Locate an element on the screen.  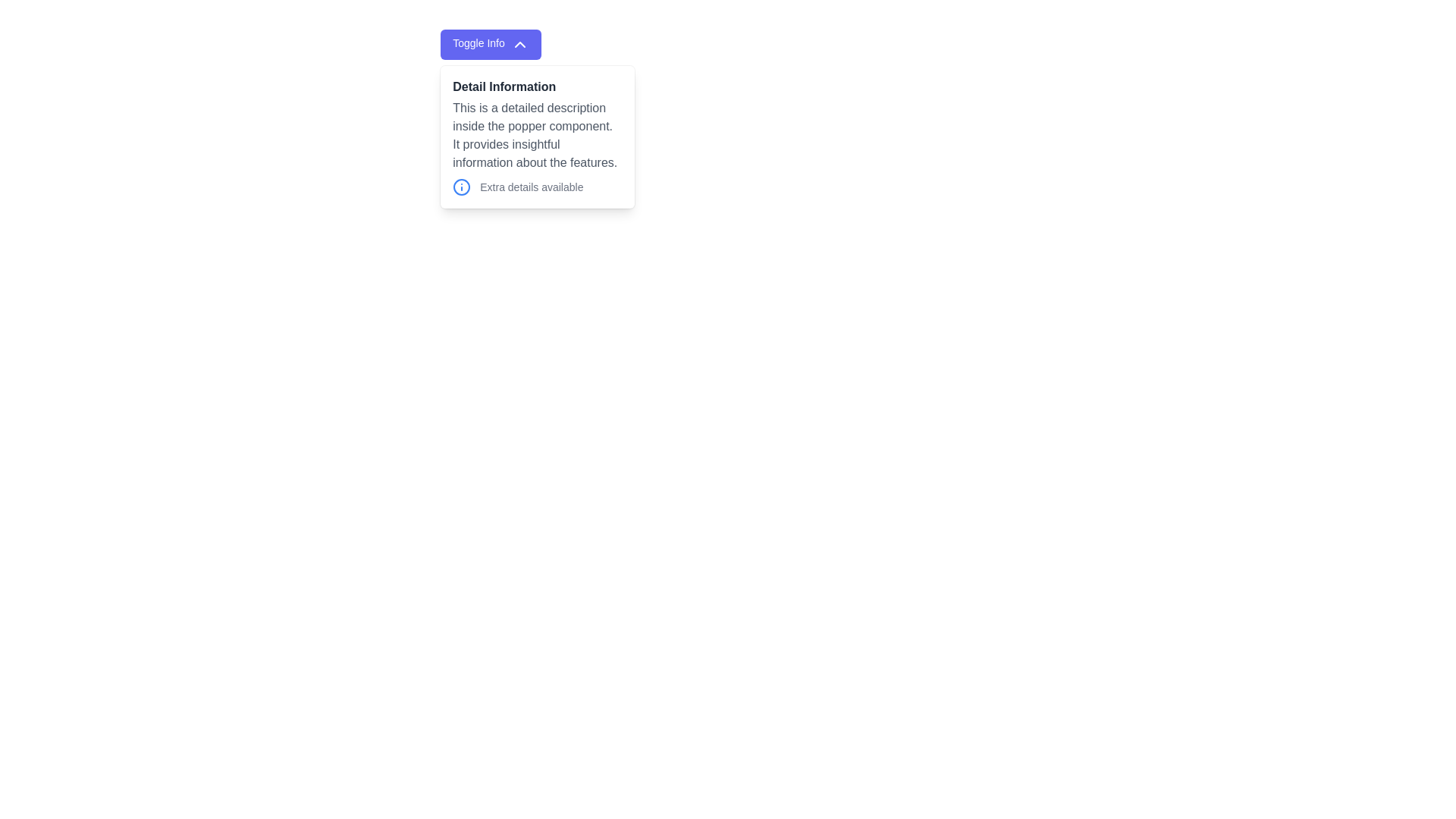
text from the Text Label positioned to the right of the blue information icon in the lower section of the pop-up card is located at coordinates (532, 186).